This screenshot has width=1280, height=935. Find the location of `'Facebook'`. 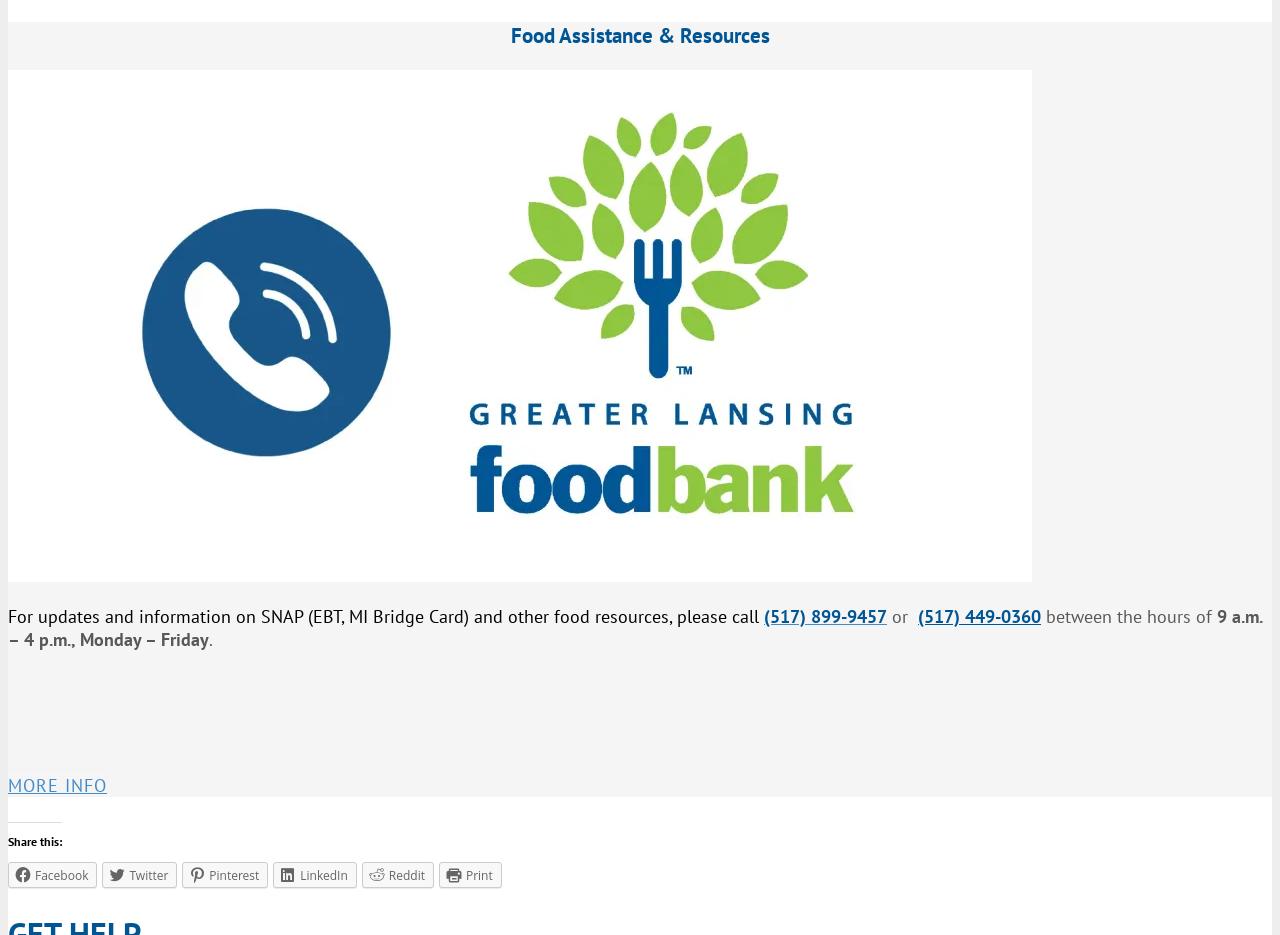

'Facebook' is located at coordinates (61, 873).